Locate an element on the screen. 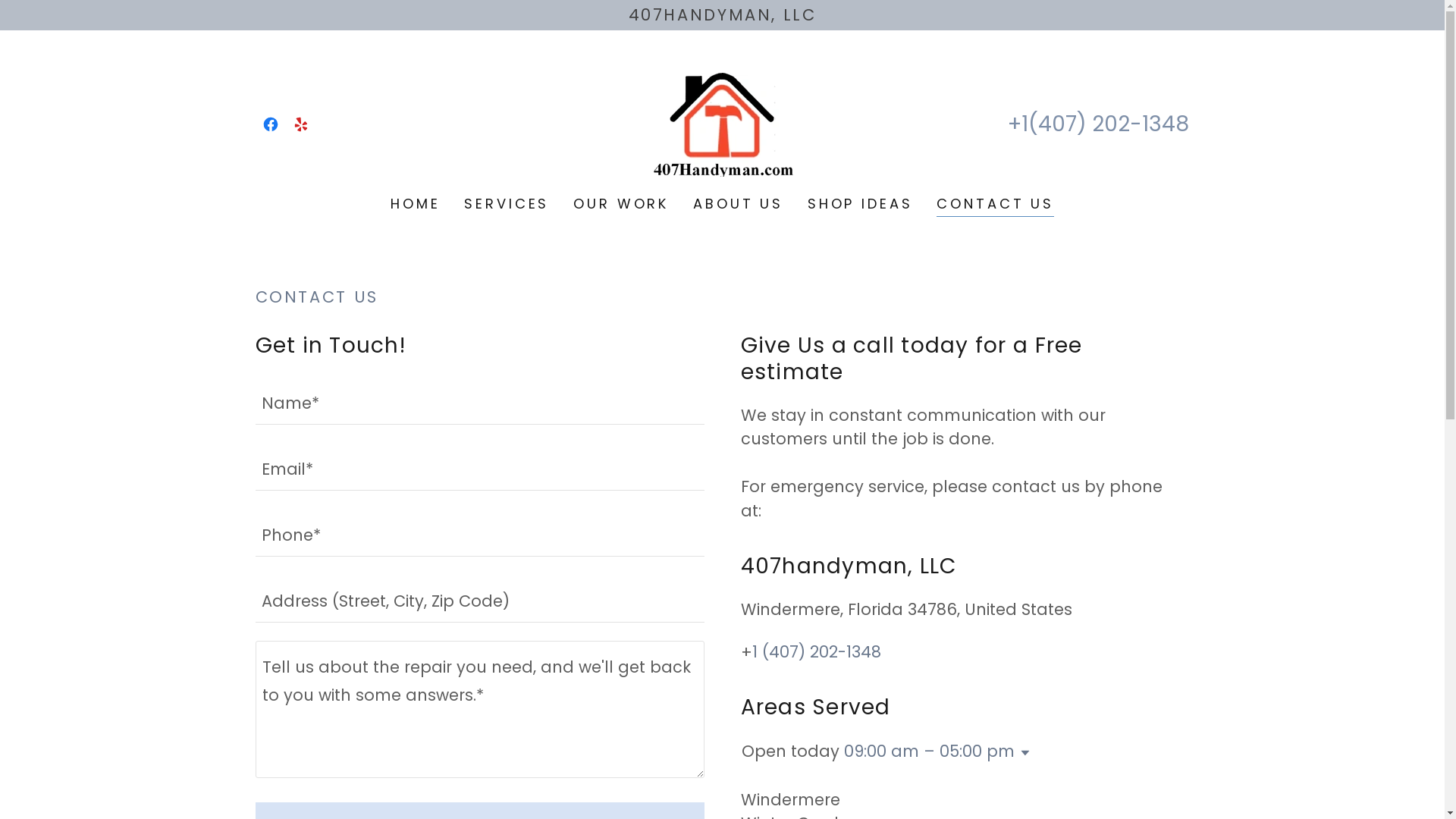 Image resolution: width=1456 pixels, height=819 pixels. 'HOME' is located at coordinates (385, 202).